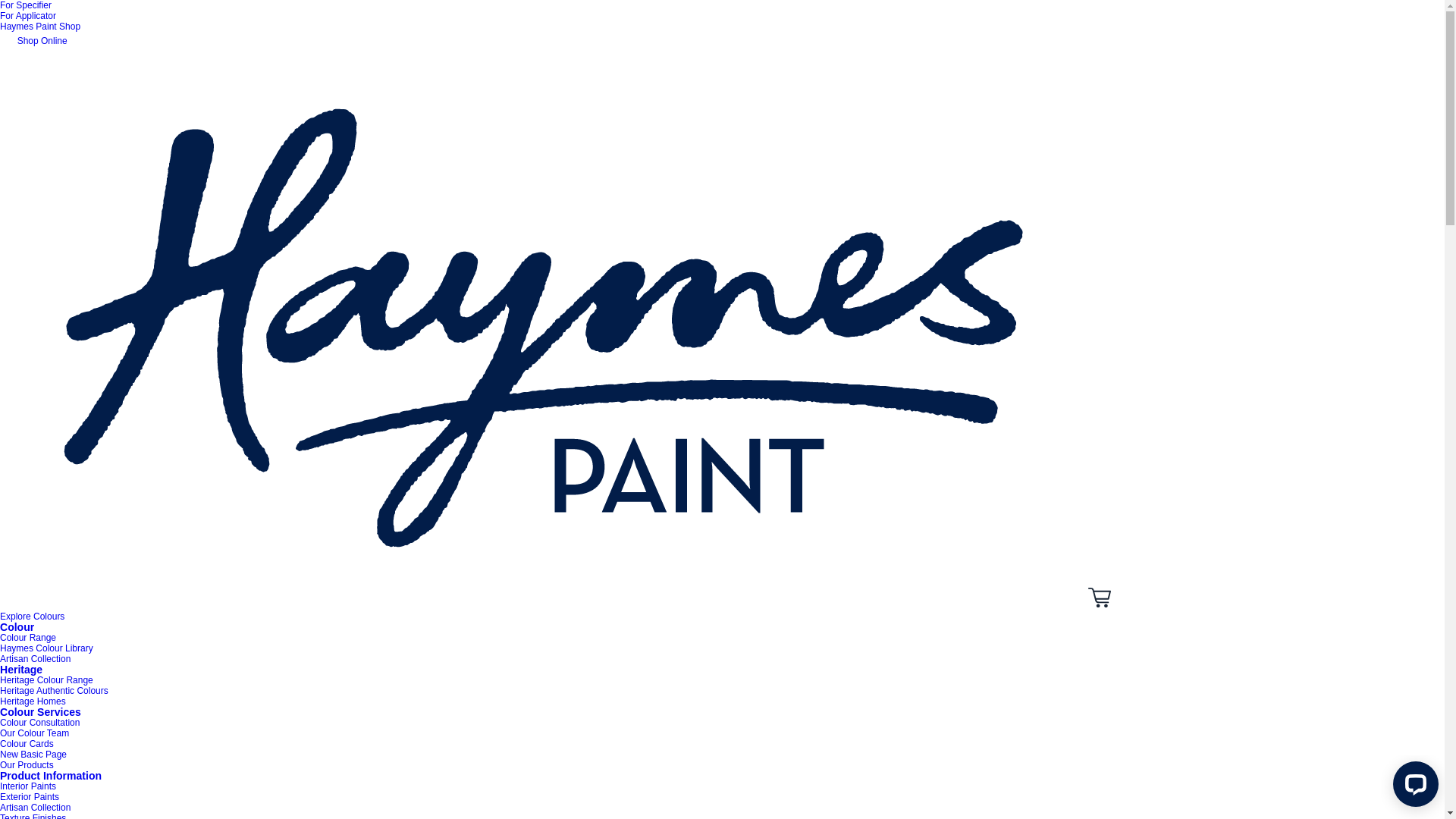 This screenshot has height=819, width=1456. What do you see at coordinates (29, 795) in the screenshot?
I see `'Exterior Paints'` at bounding box center [29, 795].